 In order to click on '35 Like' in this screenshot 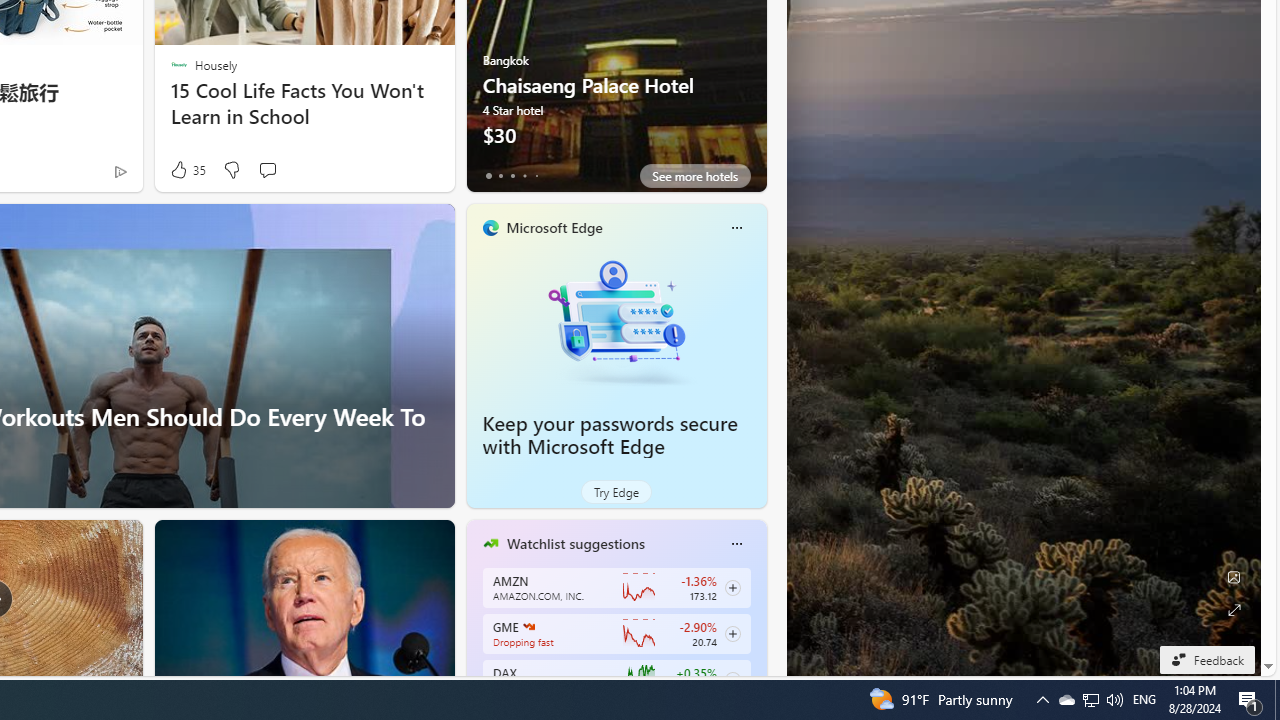, I will do `click(186, 169)`.